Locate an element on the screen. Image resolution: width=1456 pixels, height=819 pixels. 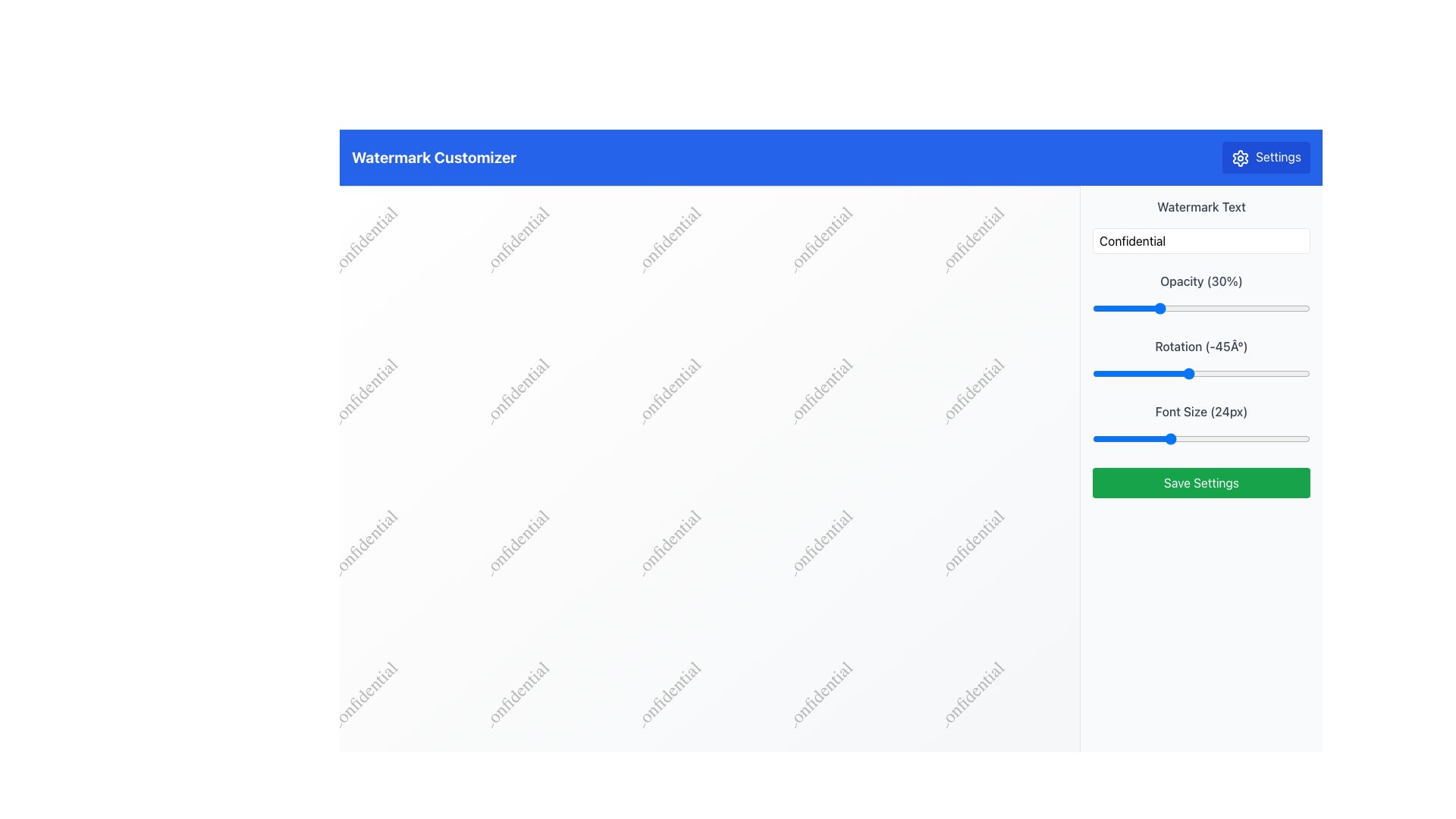
the opacity is located at coordinates (1161, 307).